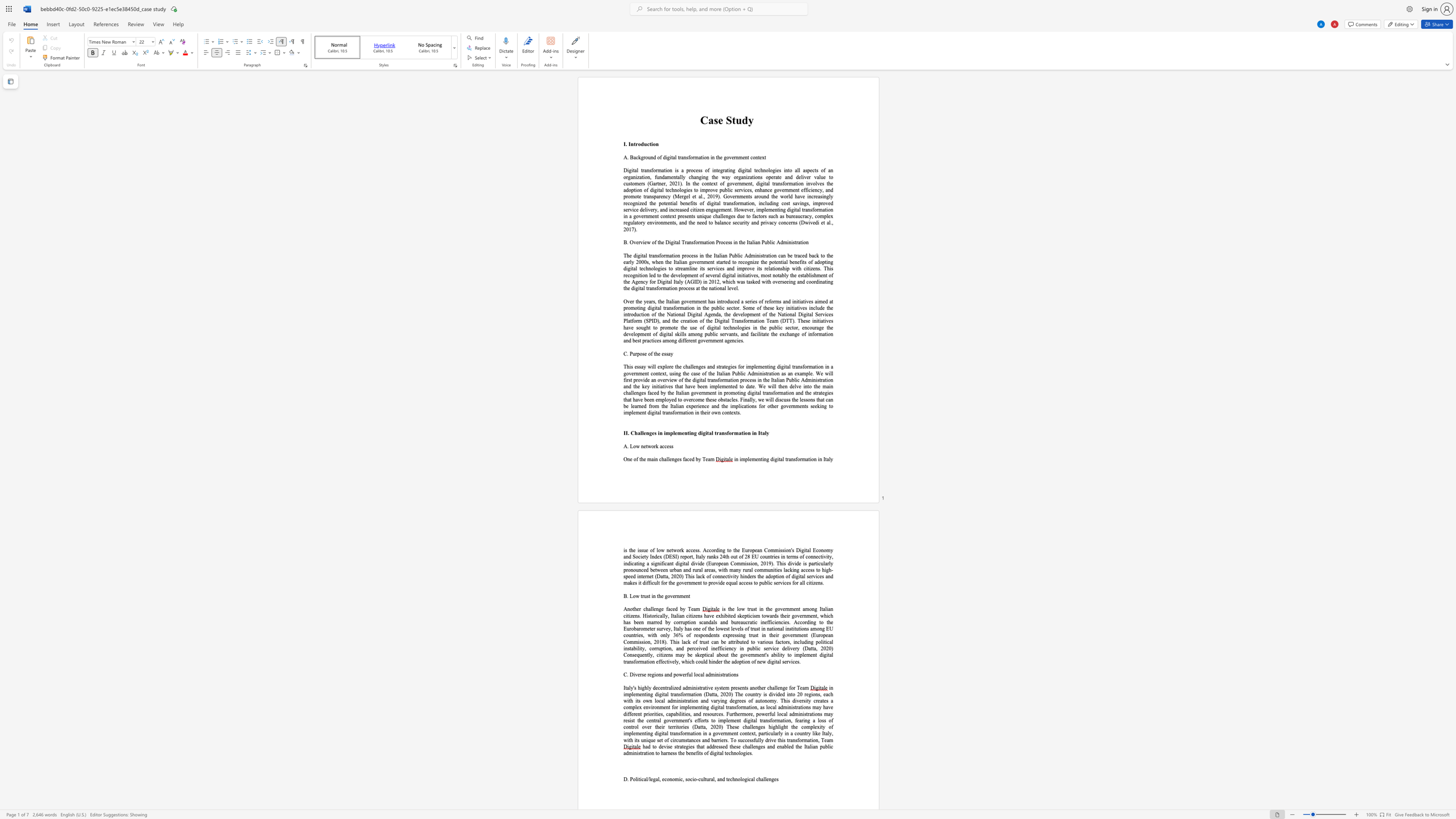 The height and width of the screenshot is (819, 1456). Describe the element at coordinates (696, 392) in the screenshot. I see `the subset text "vern" within the text "This essay will explore the challenges and strategies for implementing digital transformation in a government context, using the case of the Italian Public Administration as an example. We will first provide an overview of the digital transformation process in the Italian Public Administration and the key initiatives that have been implemented to date. We will then delve into the main challenges faced by the Italian government in promoting digital transformation and the strategies that have been employed to"` at that location.